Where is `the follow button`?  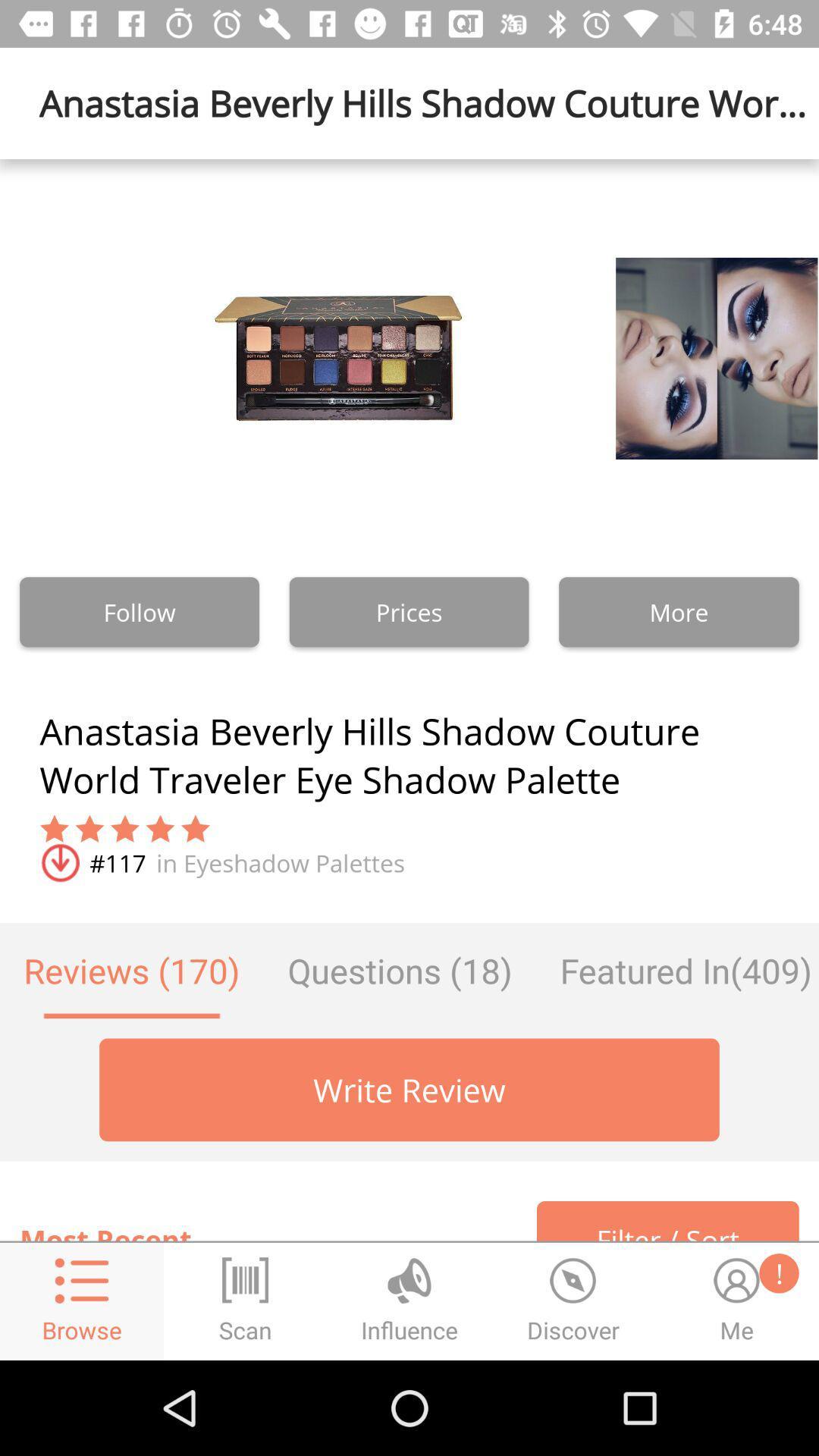 the follow button is located at coordinates (140, 612).